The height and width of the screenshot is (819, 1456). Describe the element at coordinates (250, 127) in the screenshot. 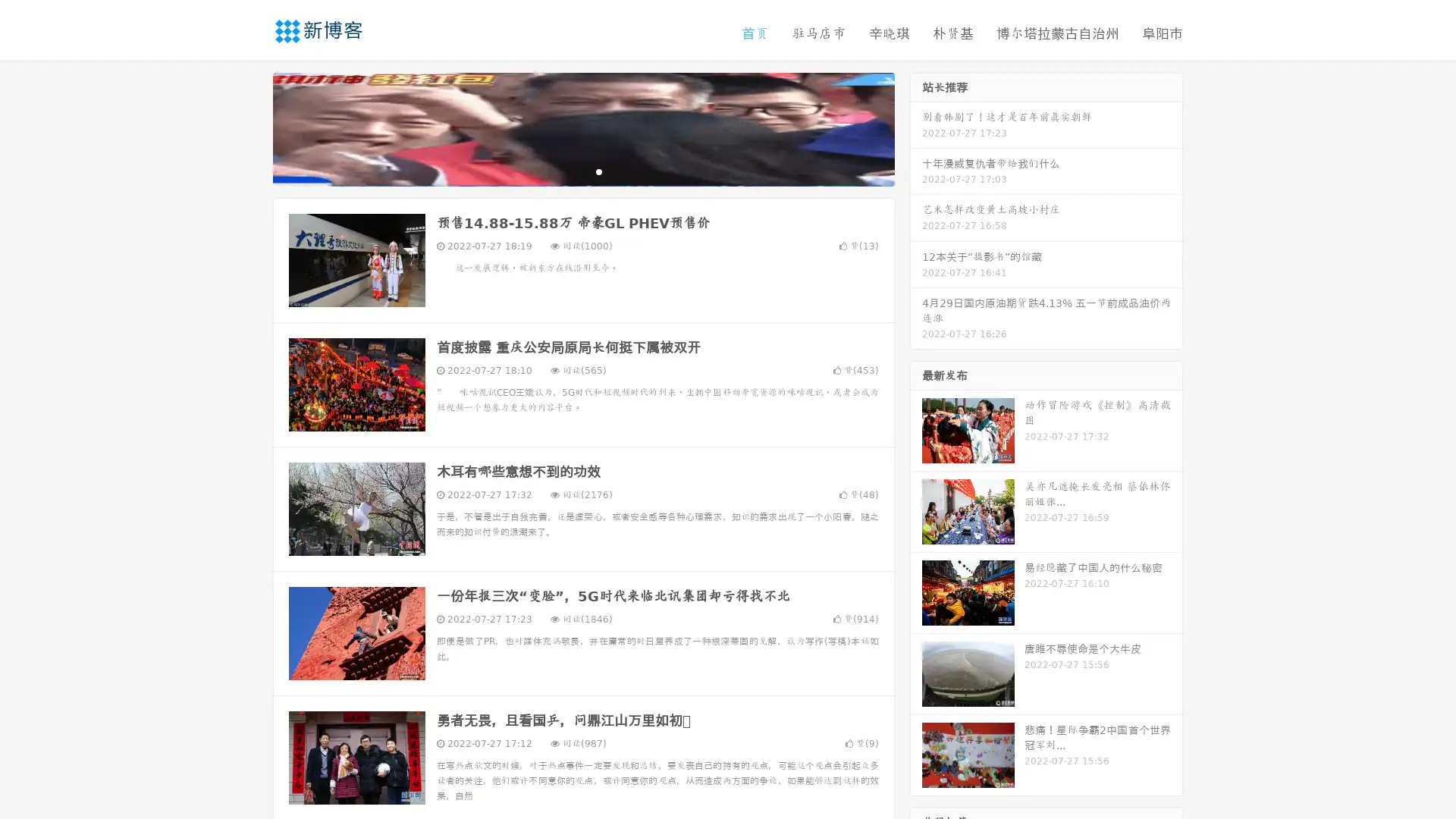

I see `Previous slide` at that location.